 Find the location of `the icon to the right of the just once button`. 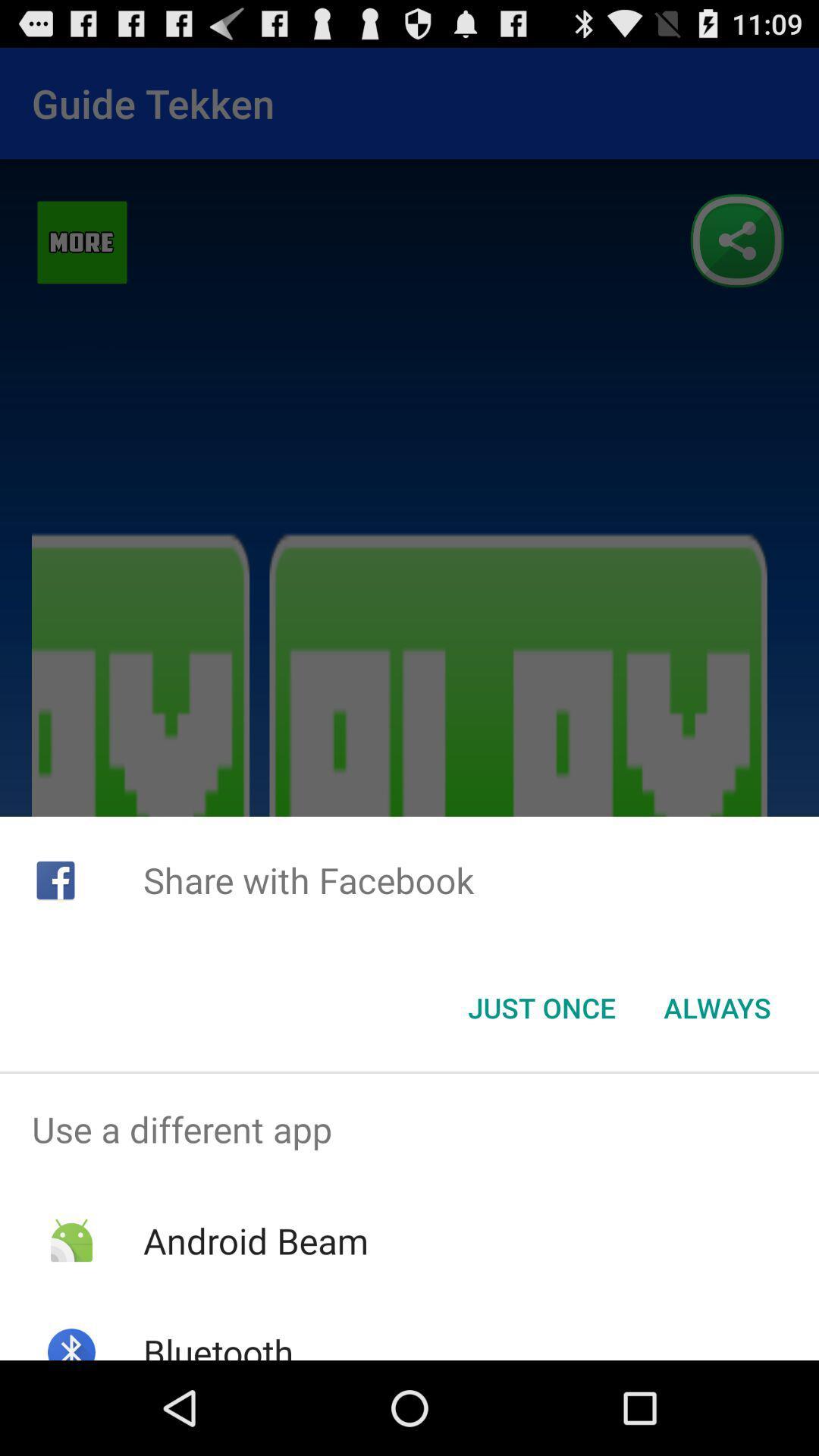

the icon to the right of the just once button is located at coordinates (717, 1008).